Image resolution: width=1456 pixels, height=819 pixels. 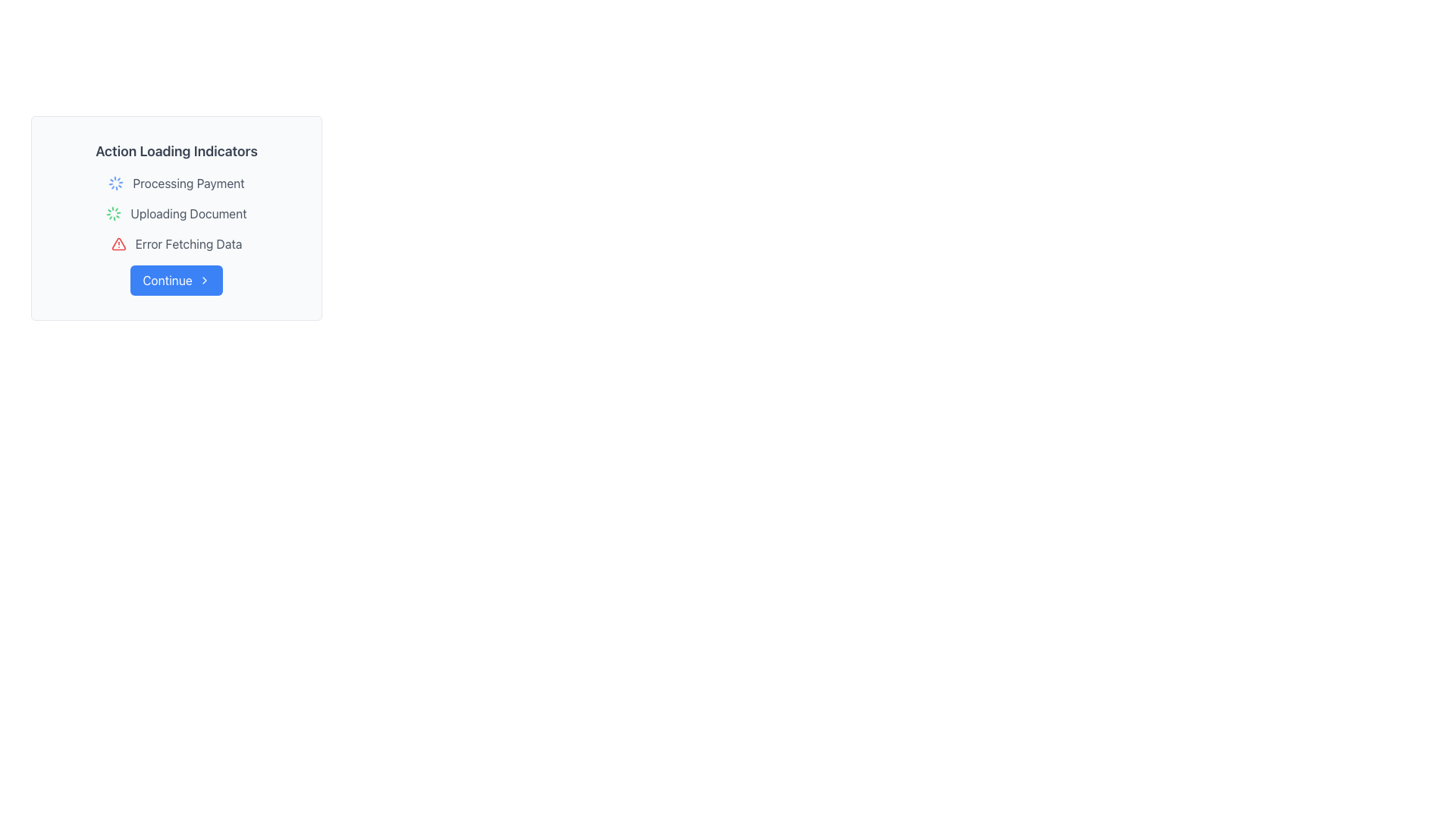 What do you see at coordinates (188, 183) in the screenshot?
I see `the text label displaying 'Processing Payment' in gray color, which indicates a loading state following a spinner icon` at bounding box center [188, 183].